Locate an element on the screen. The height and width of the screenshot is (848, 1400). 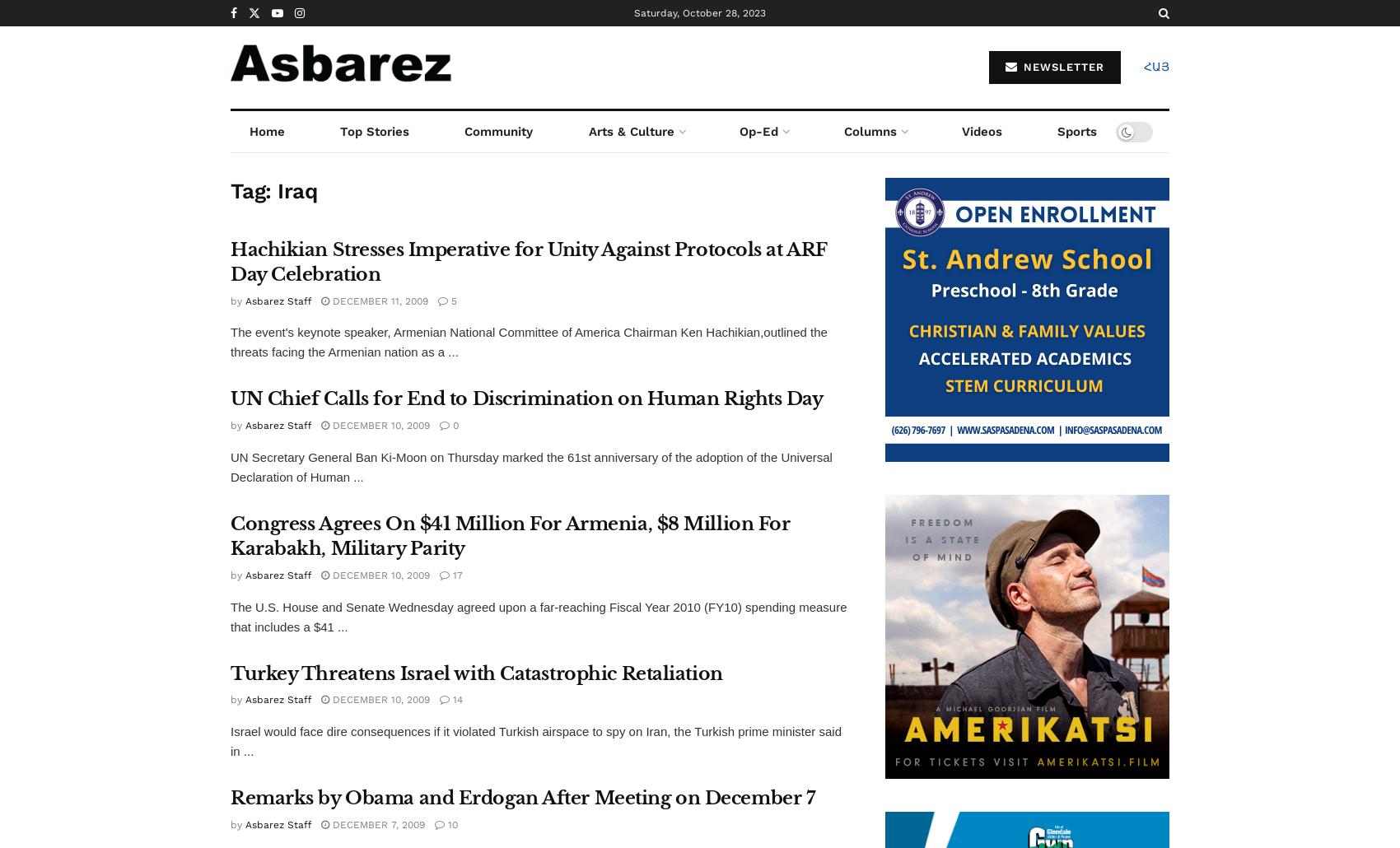
'10' is located at coordinates (450, 822).